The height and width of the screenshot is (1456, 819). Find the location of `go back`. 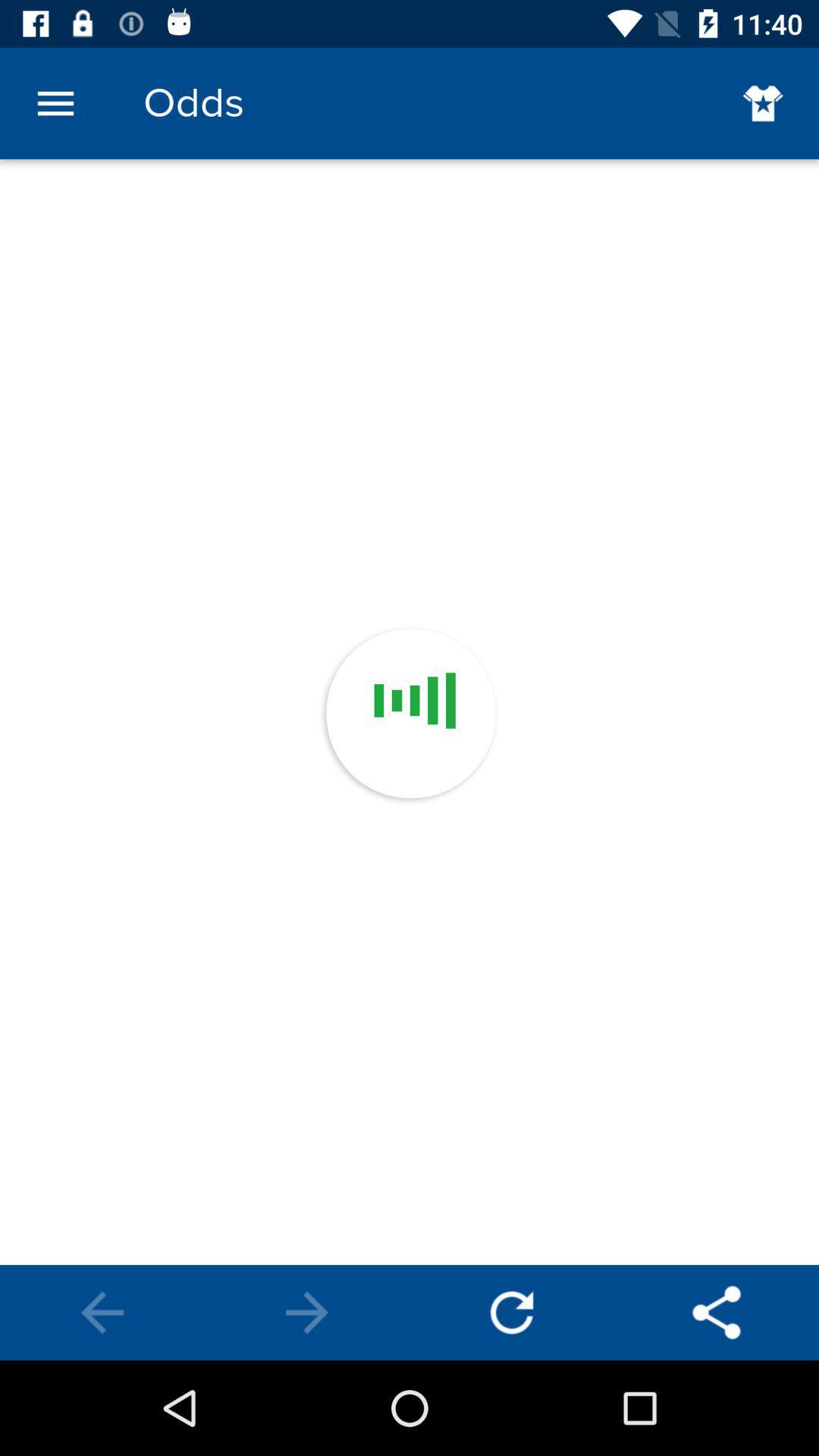

go back is located at coordinates (717, 1312).